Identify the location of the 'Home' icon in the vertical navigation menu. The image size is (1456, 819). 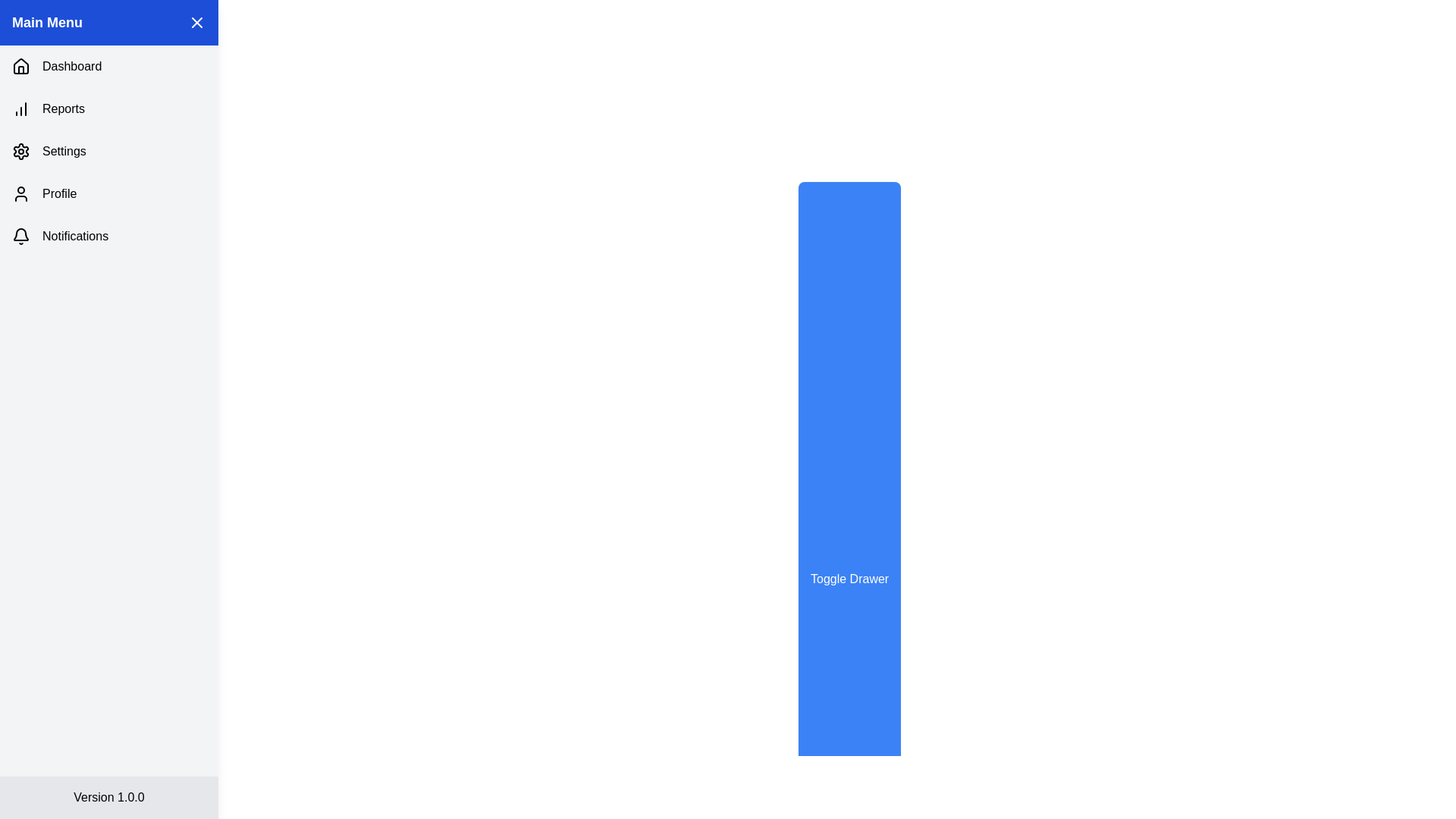
(21, 65).